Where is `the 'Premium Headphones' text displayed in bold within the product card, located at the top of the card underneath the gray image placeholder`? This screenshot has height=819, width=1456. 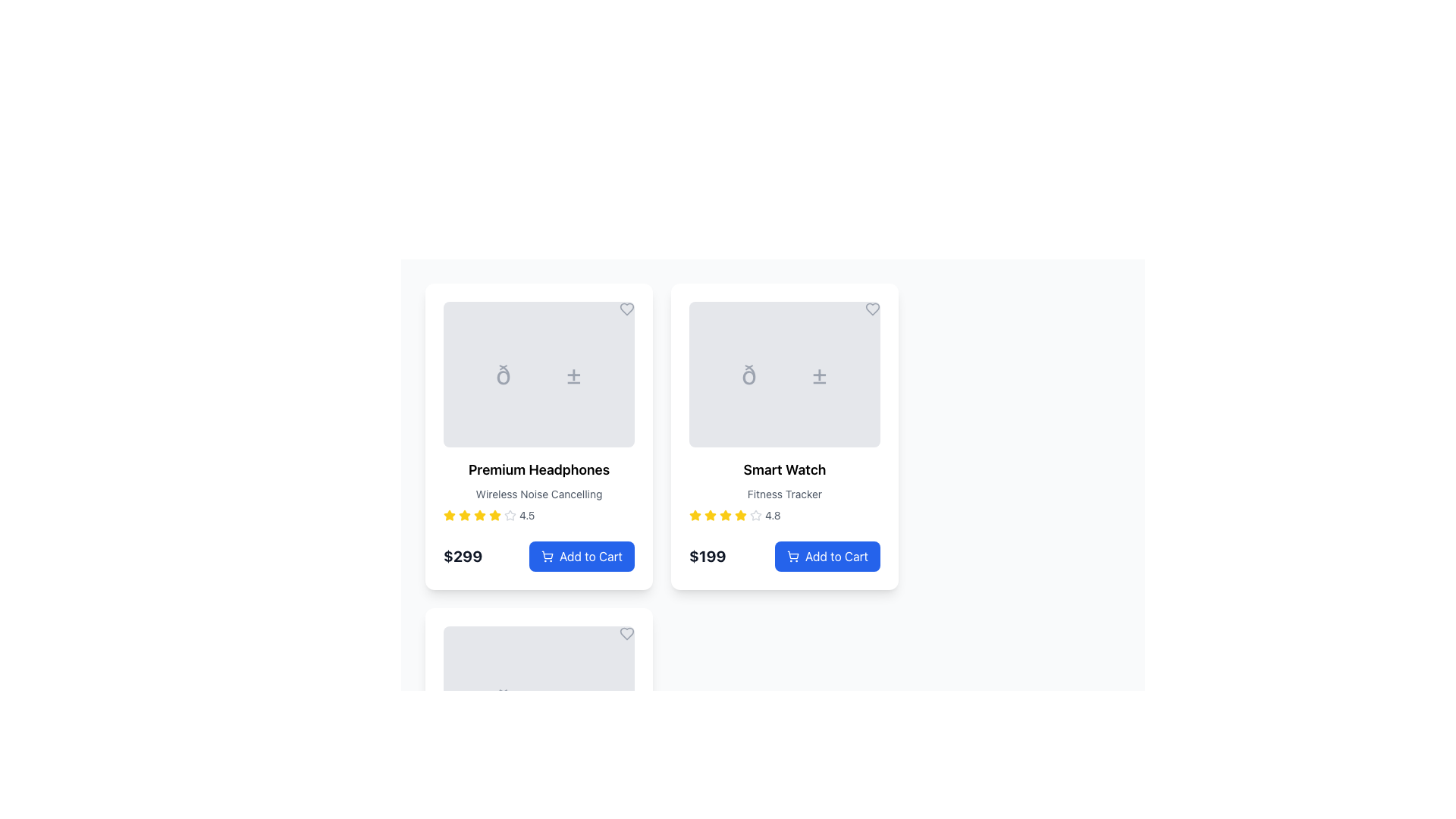 the 'Premium Headphones' text displayed in bold within the product card, located at the top of the card underneath the gray image placeholder is located at coordinates (538, 469).